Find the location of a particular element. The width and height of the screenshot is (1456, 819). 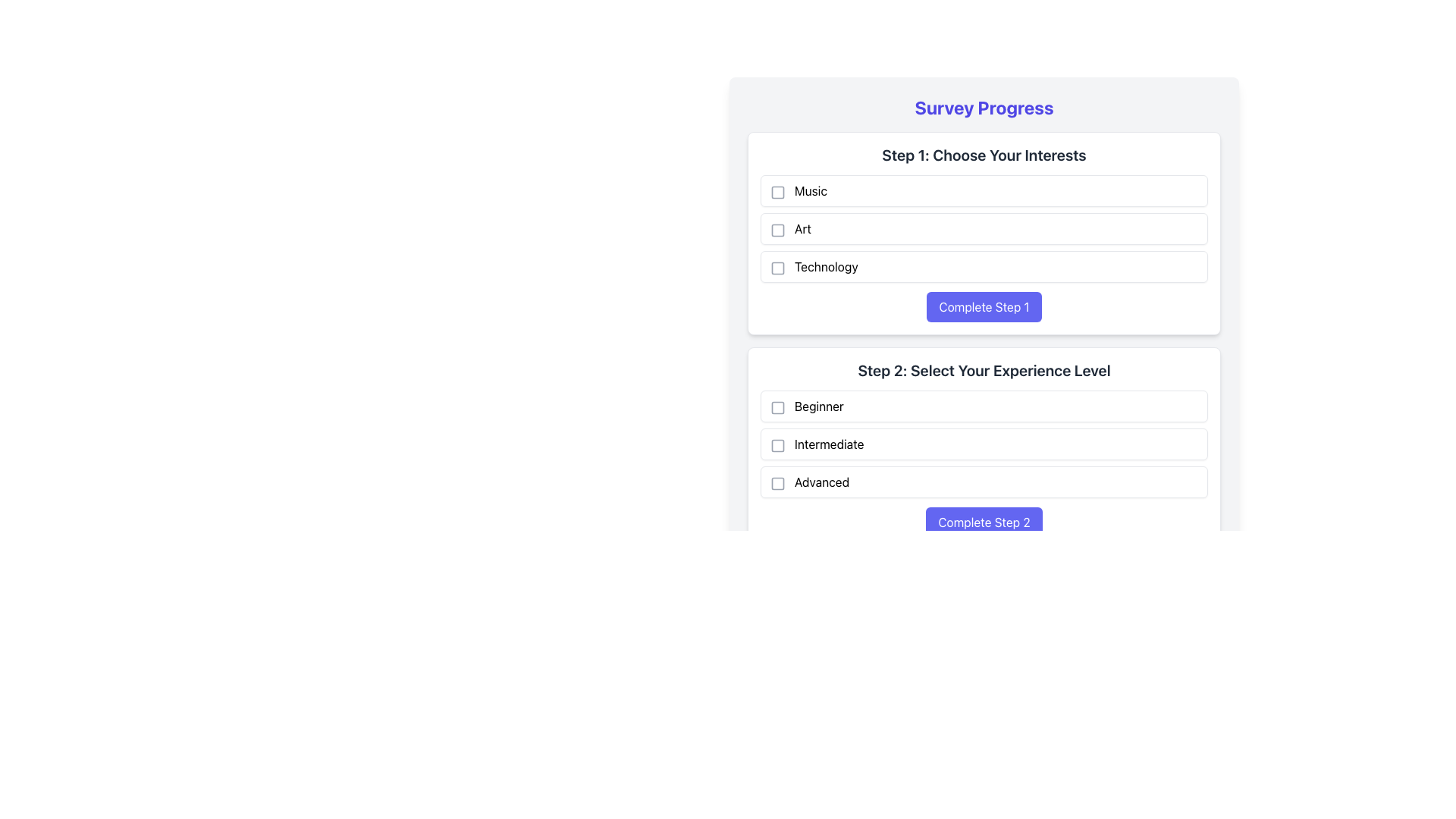

the checkbox labeled 'Art' located under 'Step 1: Choose Your Interests' is located at coordinates (984, 228).